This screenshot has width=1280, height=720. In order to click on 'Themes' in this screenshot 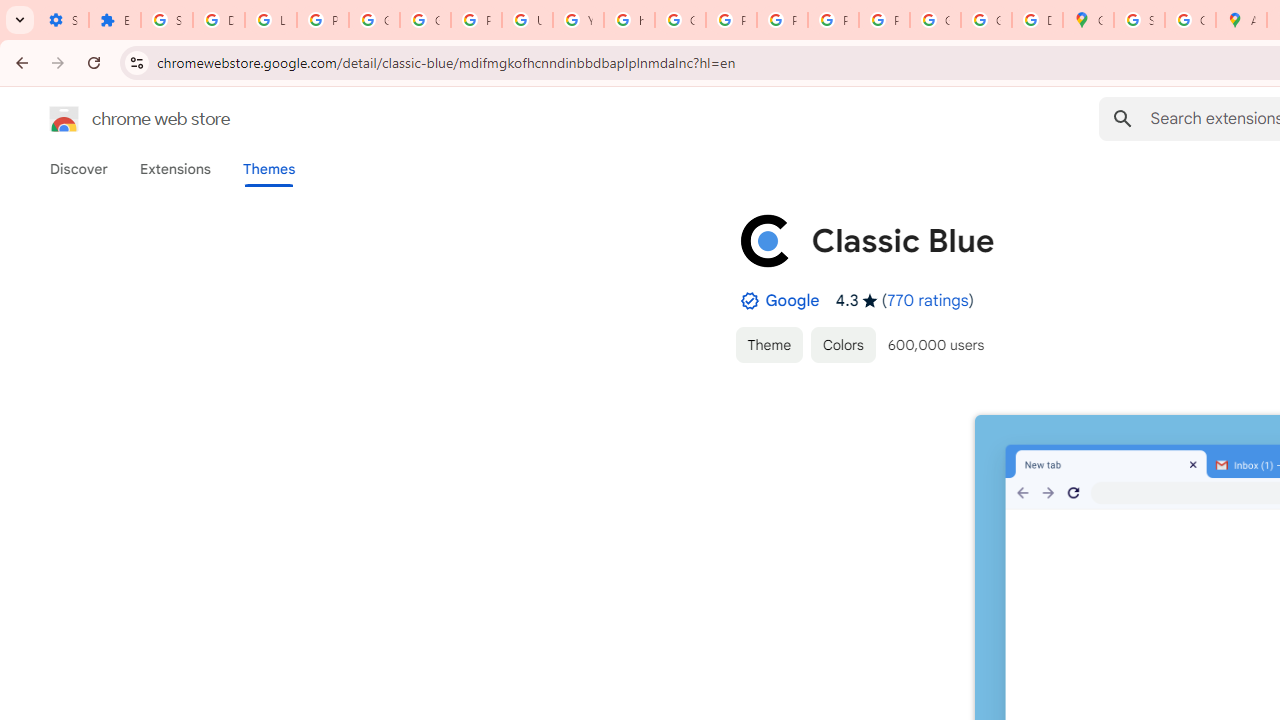, I will do `click(268, 168)`.